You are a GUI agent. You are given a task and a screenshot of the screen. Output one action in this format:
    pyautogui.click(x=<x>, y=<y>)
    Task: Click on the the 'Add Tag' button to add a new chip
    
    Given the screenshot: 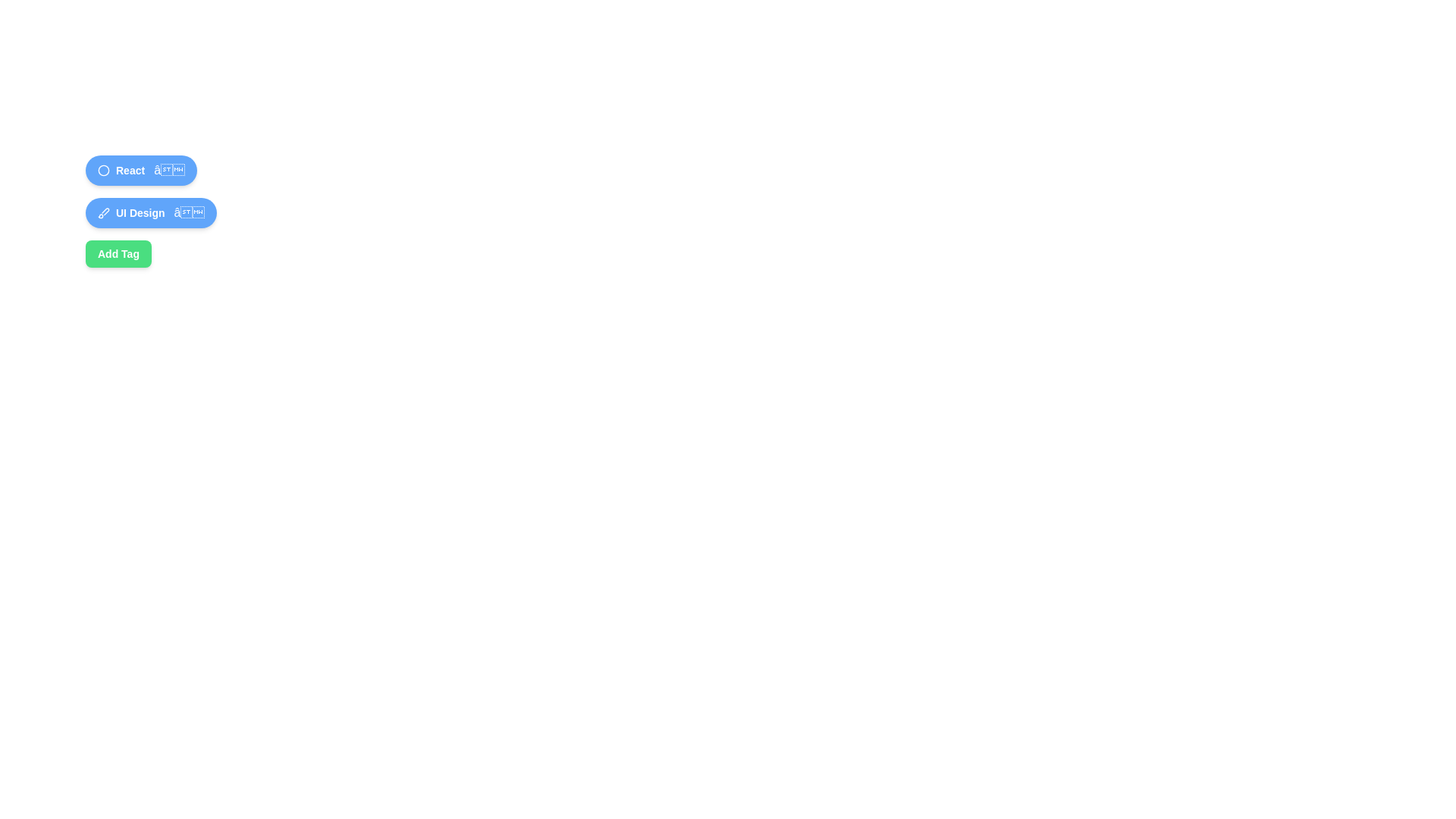 What is the action you would take?
    pyautogui.click(x=118, y=253)
    